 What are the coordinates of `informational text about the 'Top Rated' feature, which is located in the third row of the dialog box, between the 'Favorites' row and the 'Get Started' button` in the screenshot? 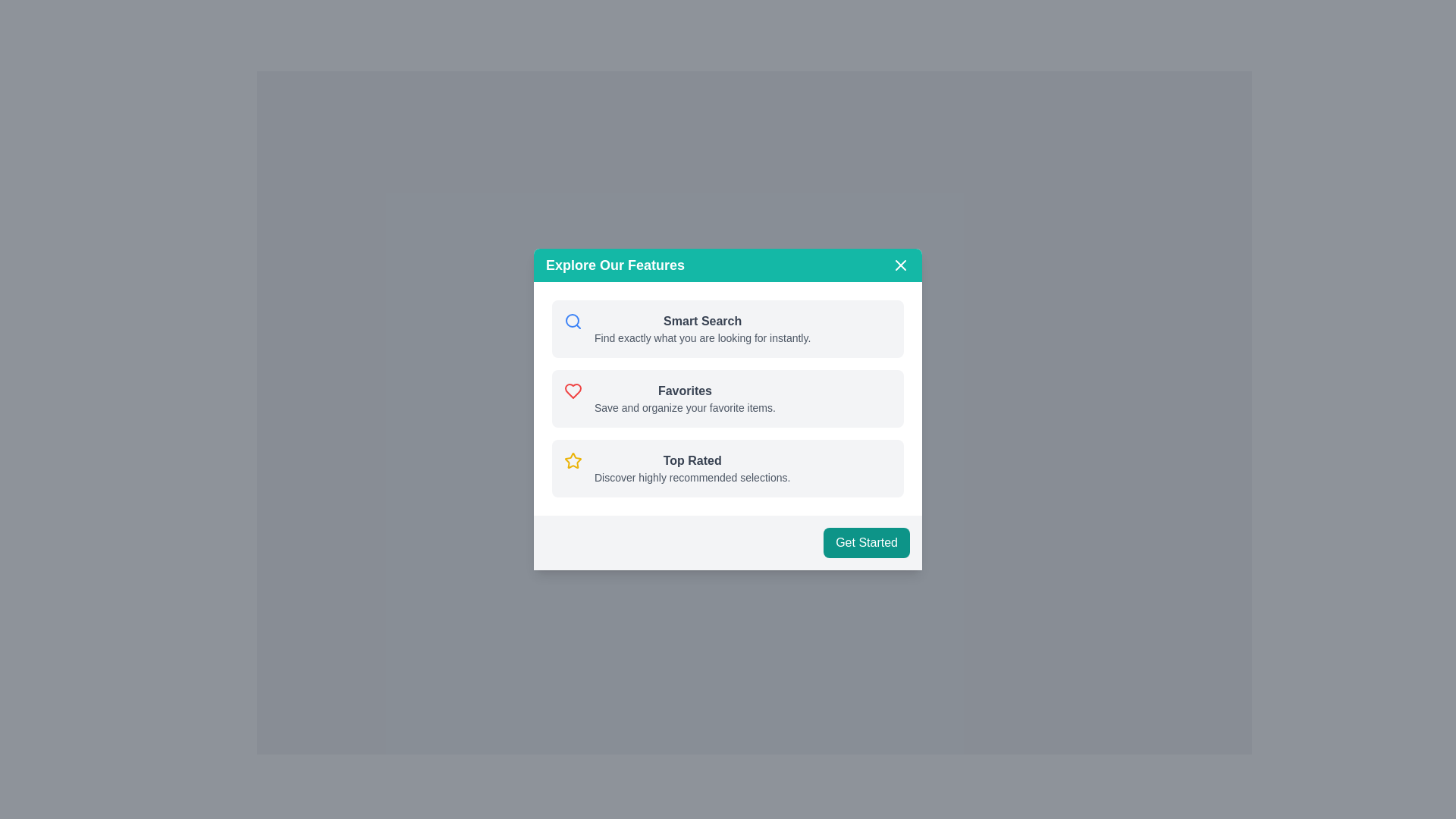 It's located at (692, 467).